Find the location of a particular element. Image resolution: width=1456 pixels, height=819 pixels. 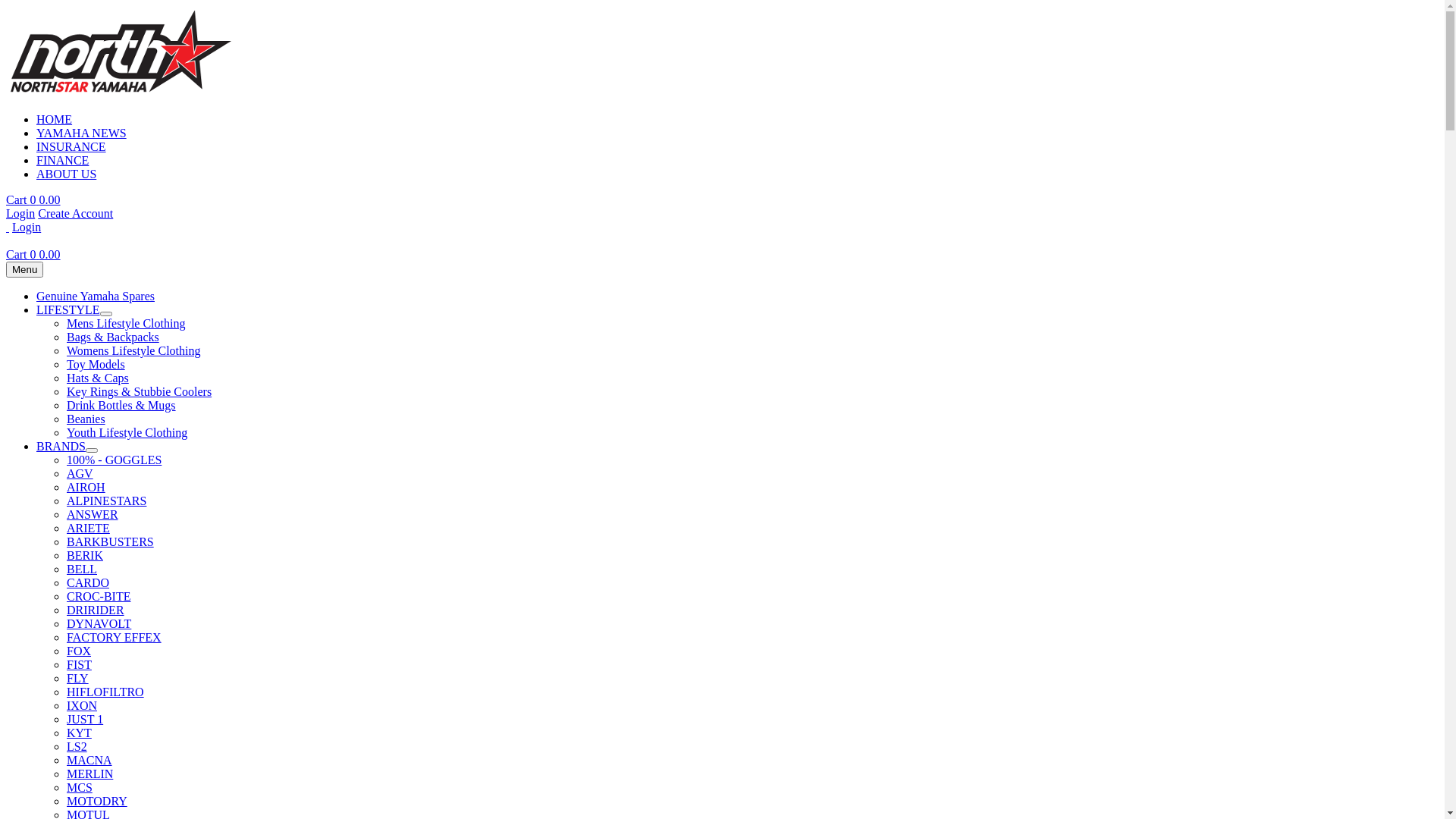

'BARKBUSTERS' is located at coordinates (109, 541).